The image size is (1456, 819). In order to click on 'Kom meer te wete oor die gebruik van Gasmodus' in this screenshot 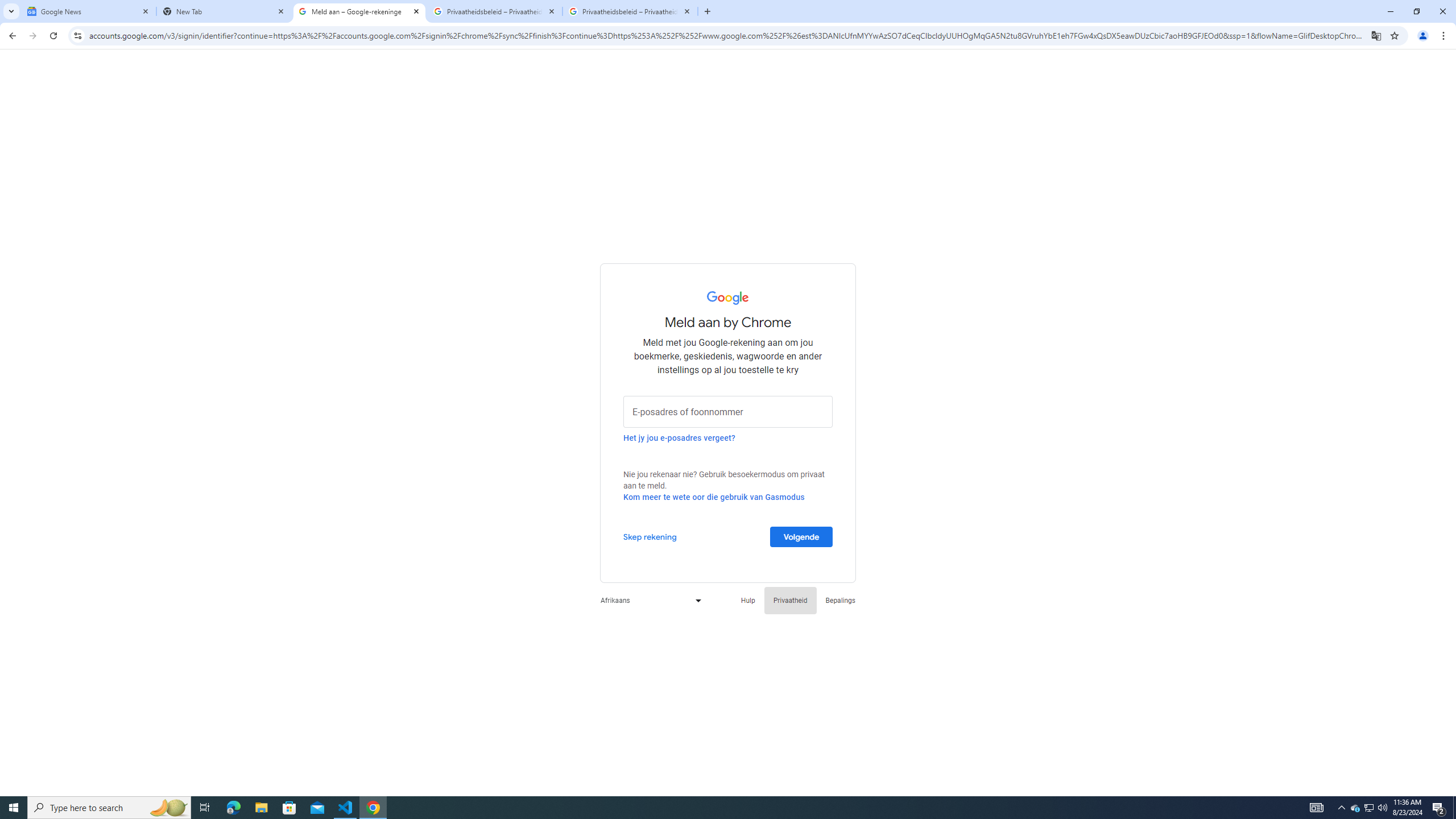, I will do `click(714, 497)`.